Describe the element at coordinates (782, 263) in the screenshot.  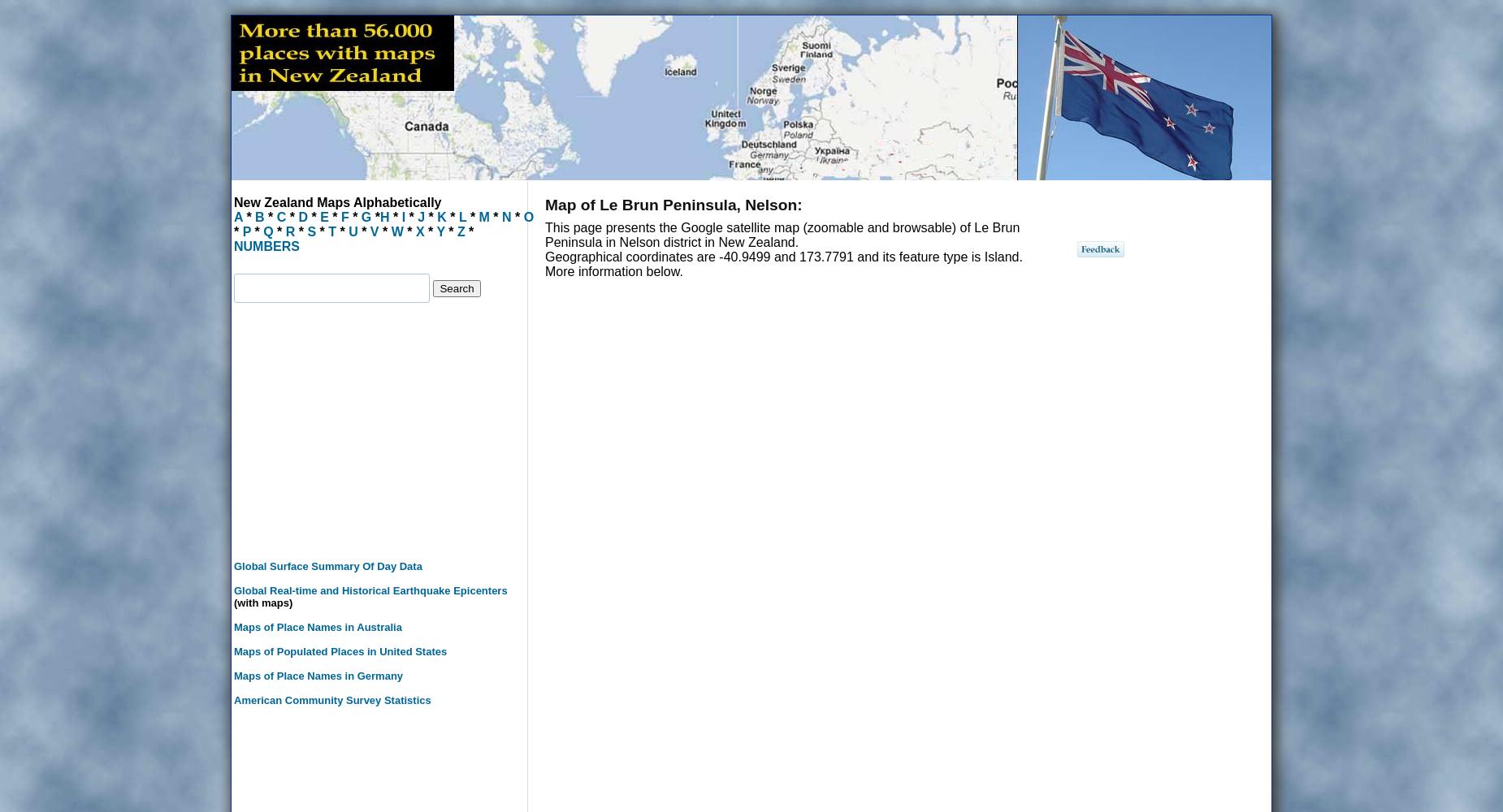
I see `'Geographical coordinates are -40.9499 and 173.7791 and its feature type is Island. More information below.'` at that location.